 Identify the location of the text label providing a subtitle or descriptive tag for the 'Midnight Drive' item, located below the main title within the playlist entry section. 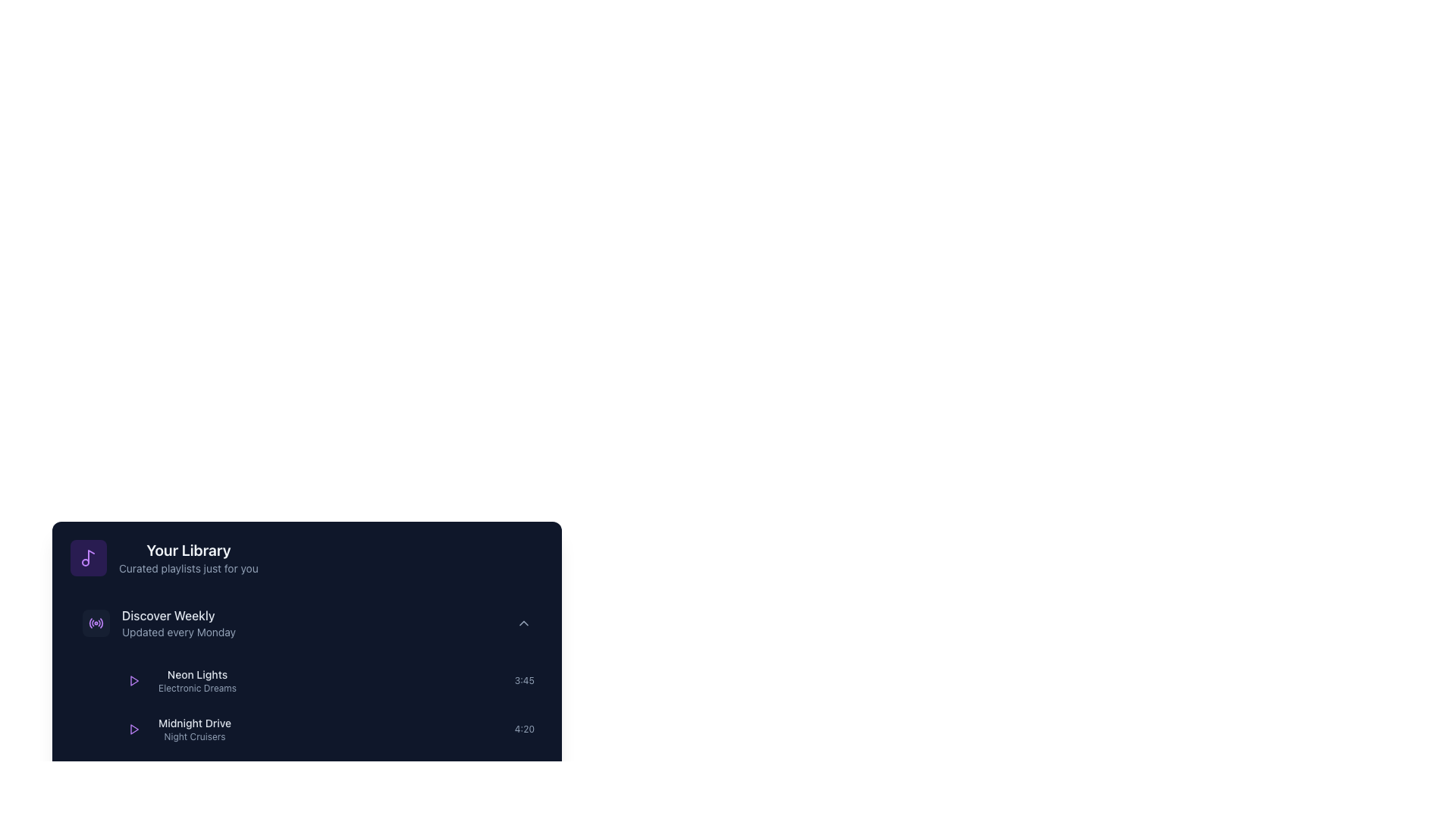
(194, 736).